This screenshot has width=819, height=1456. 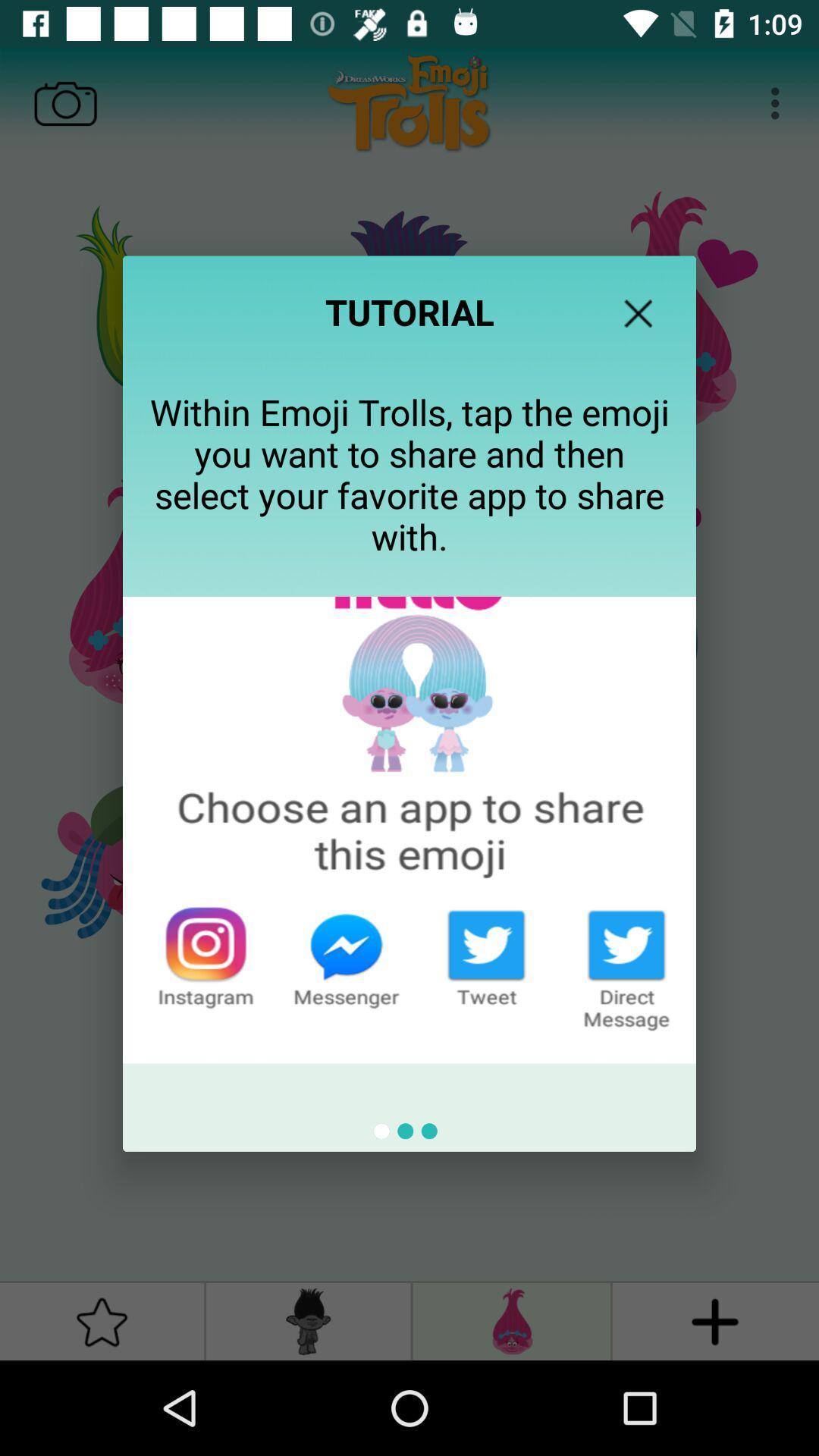 I want to click on popup, so click(x=638, y=312).